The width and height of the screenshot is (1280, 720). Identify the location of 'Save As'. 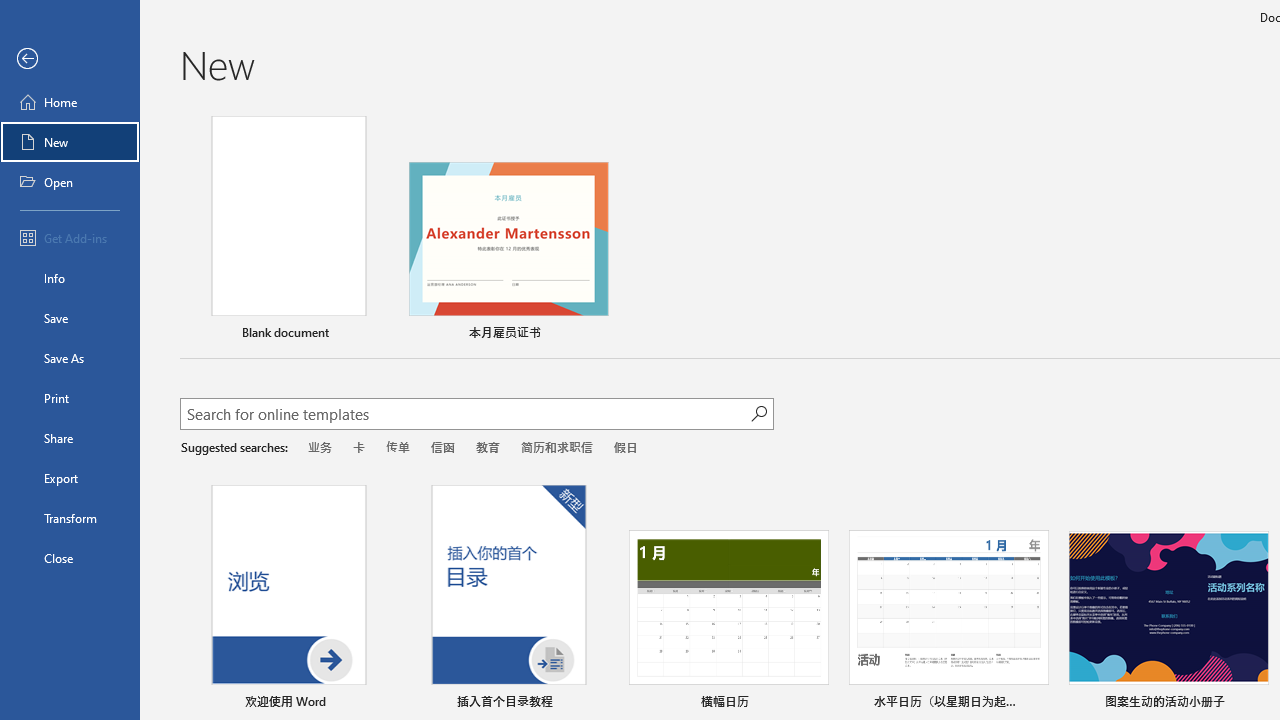
(69, 356).